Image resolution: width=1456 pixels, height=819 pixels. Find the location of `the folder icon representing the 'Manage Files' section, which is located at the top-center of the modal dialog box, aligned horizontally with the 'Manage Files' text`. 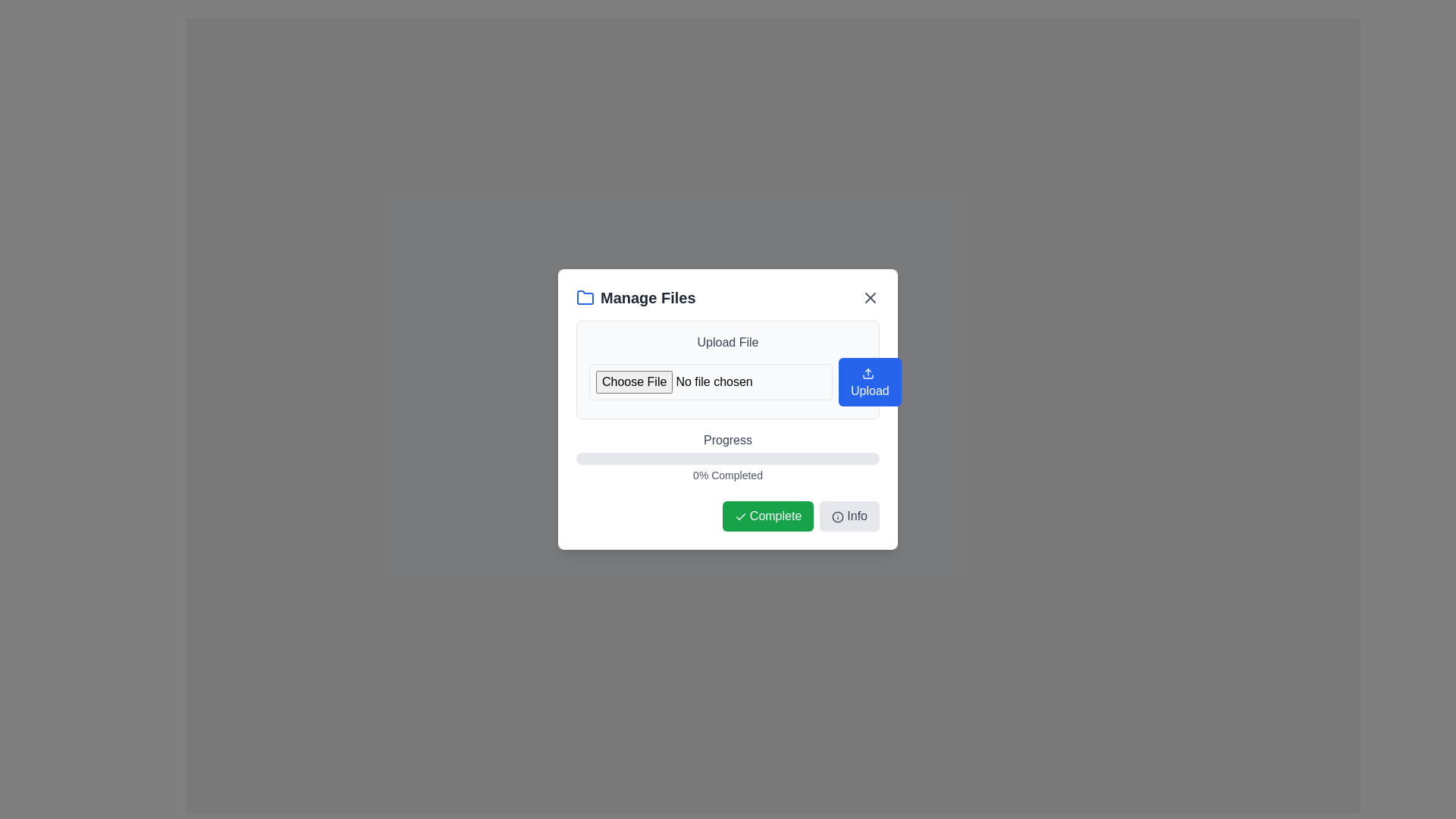

the folder icon representing the 'Manage Files' section, which is located at the top-center of the modal dialog box, aligned horizontally with the 'Manage Files' text is located at coordinates (585, 298).